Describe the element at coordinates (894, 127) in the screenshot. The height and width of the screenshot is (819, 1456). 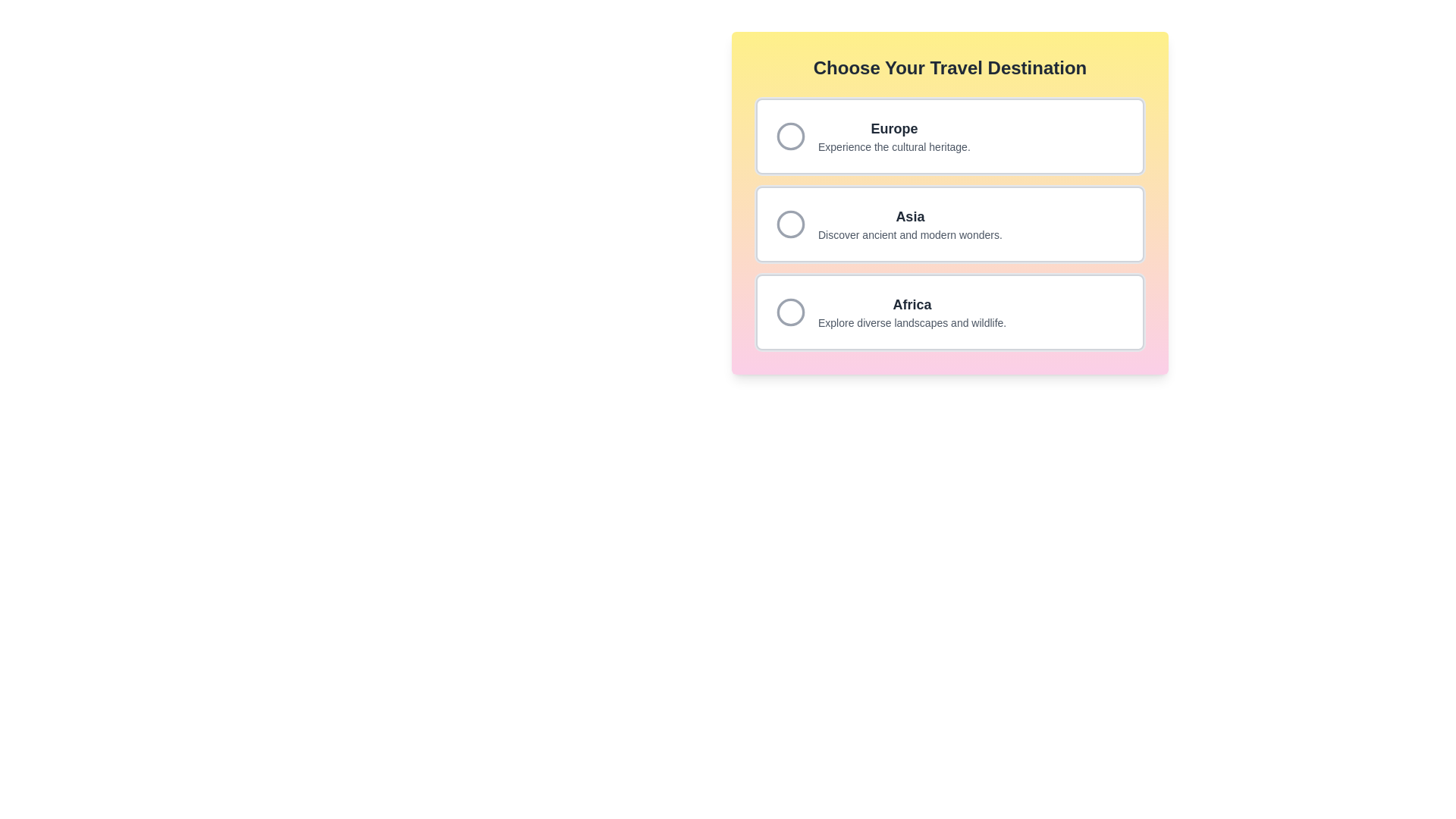
I see `the bold textual label displaying 'Europe' located at the top-left of the first card in a vertically stacked list of options` at that location.